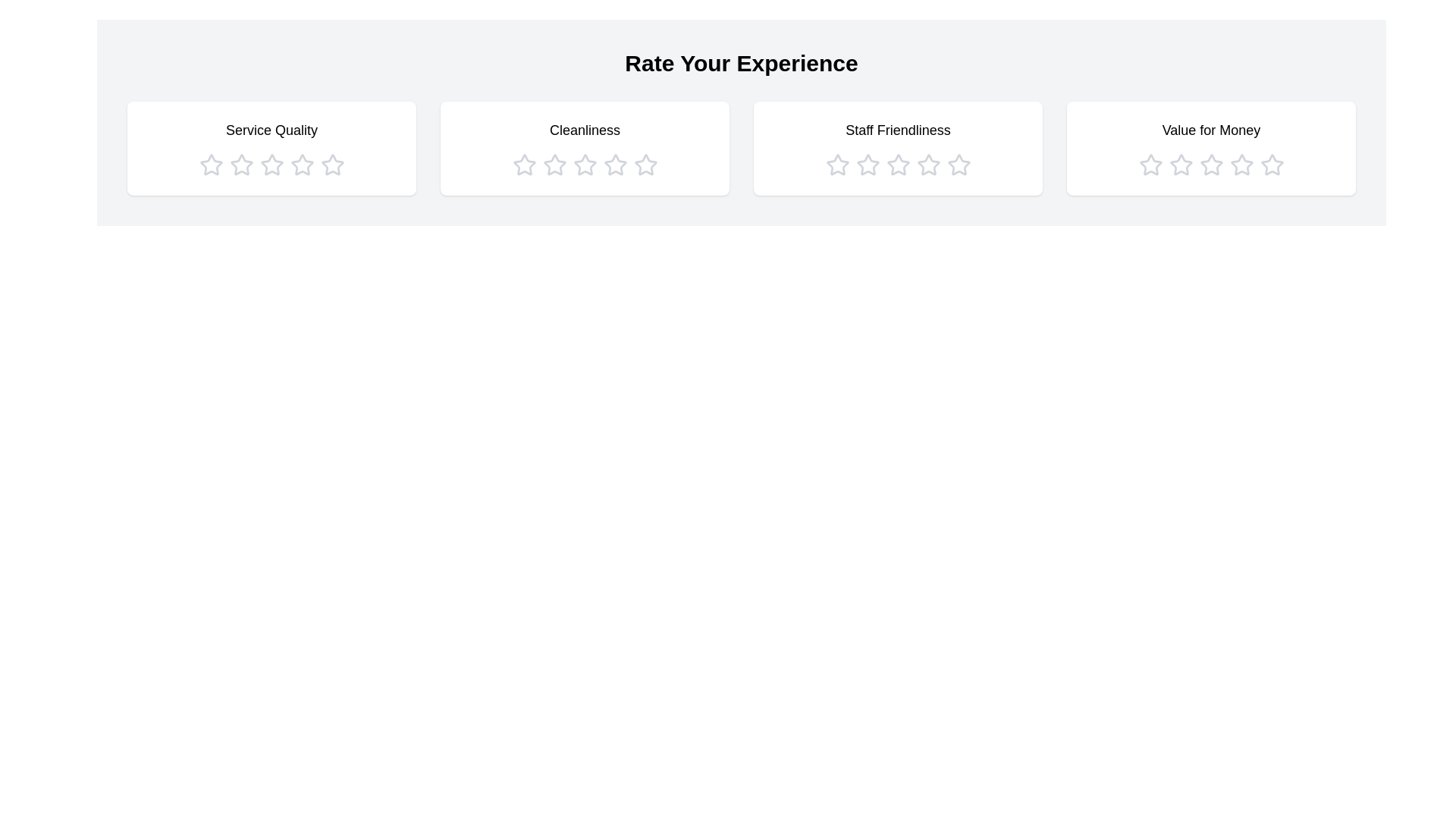 The width and height of the screenshot is (1456, 819). What do you see at coordinates (210, 165) in the screenshot?
I see `the star icon corresponding to 1 stars in the category Service Quality` at bounding box center [210, 165].